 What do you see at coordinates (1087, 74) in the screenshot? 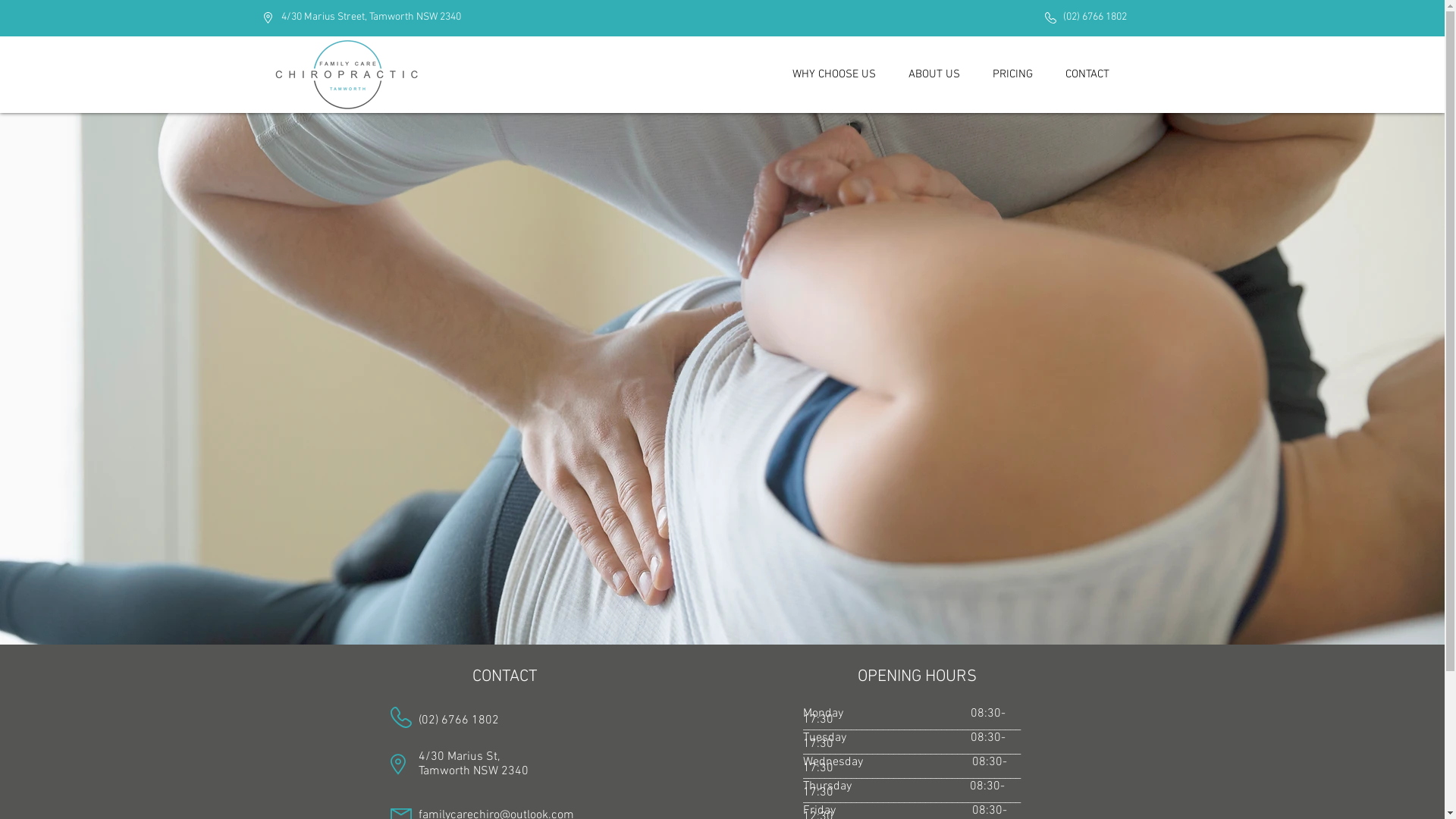
I see `'CONTACT'` at bounding box center [1087, 74].